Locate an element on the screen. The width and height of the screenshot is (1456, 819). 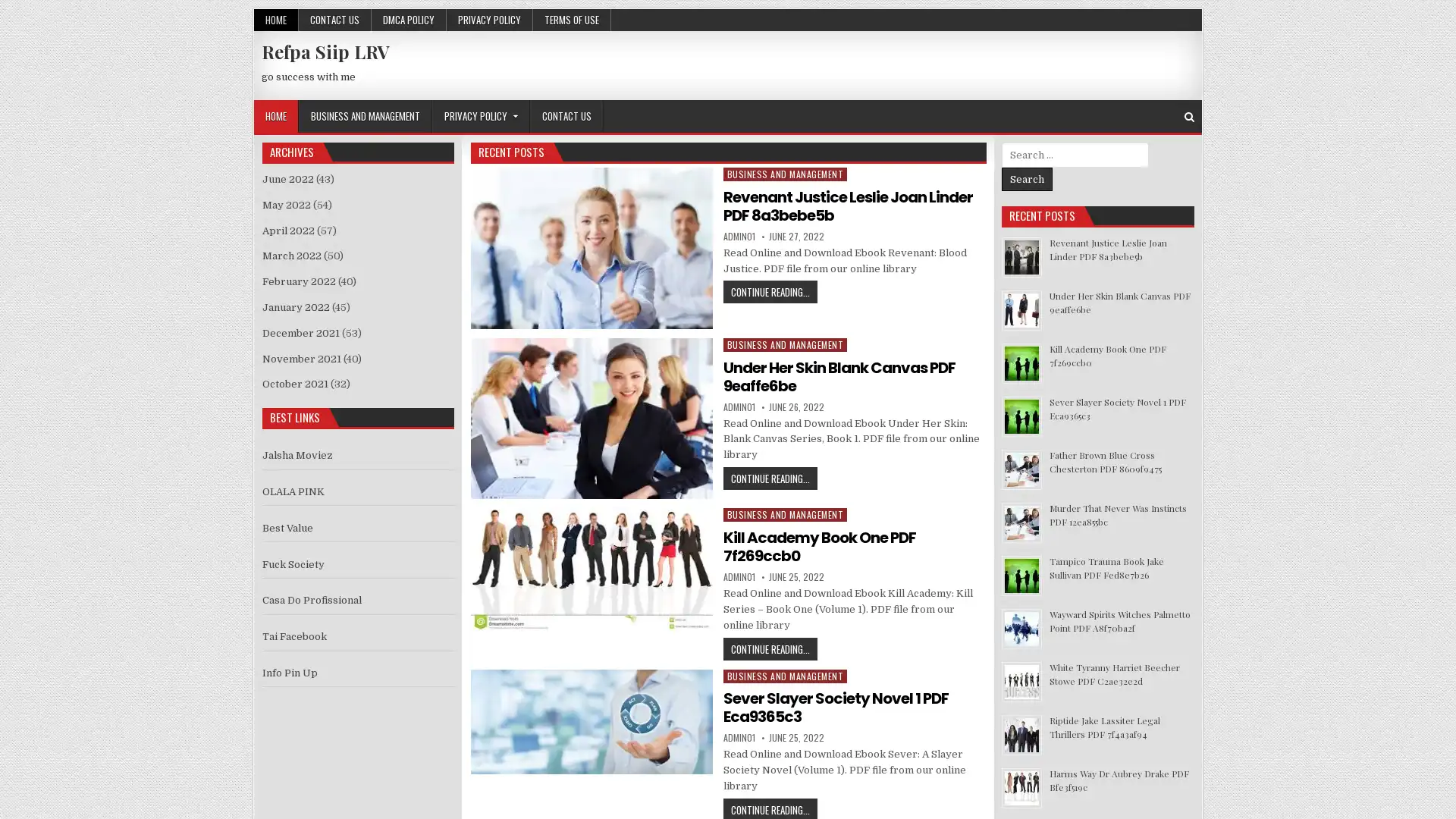
Search is located at coordinates (1027, 178).